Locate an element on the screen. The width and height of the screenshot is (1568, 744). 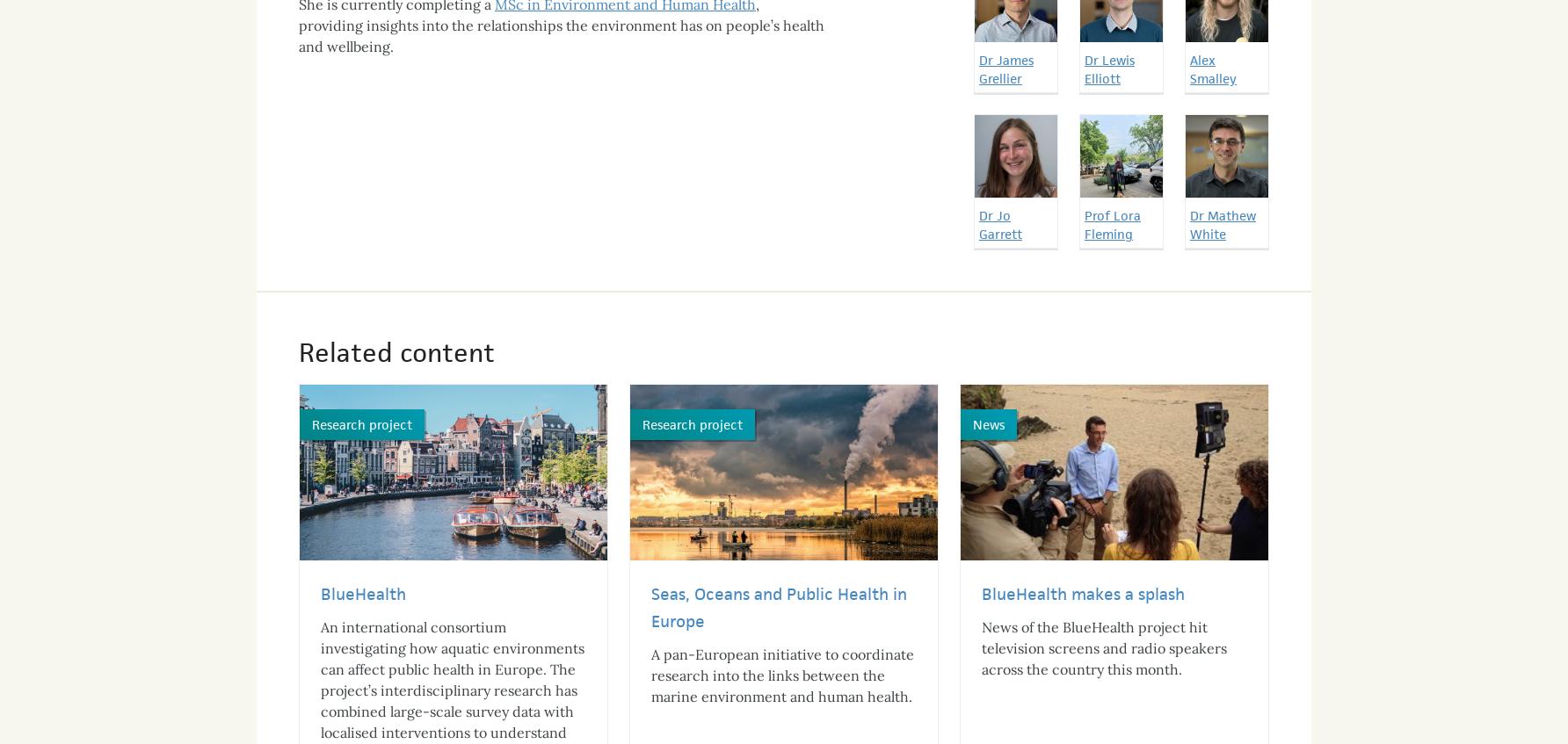
'News' is located at coordinates (971, 408).